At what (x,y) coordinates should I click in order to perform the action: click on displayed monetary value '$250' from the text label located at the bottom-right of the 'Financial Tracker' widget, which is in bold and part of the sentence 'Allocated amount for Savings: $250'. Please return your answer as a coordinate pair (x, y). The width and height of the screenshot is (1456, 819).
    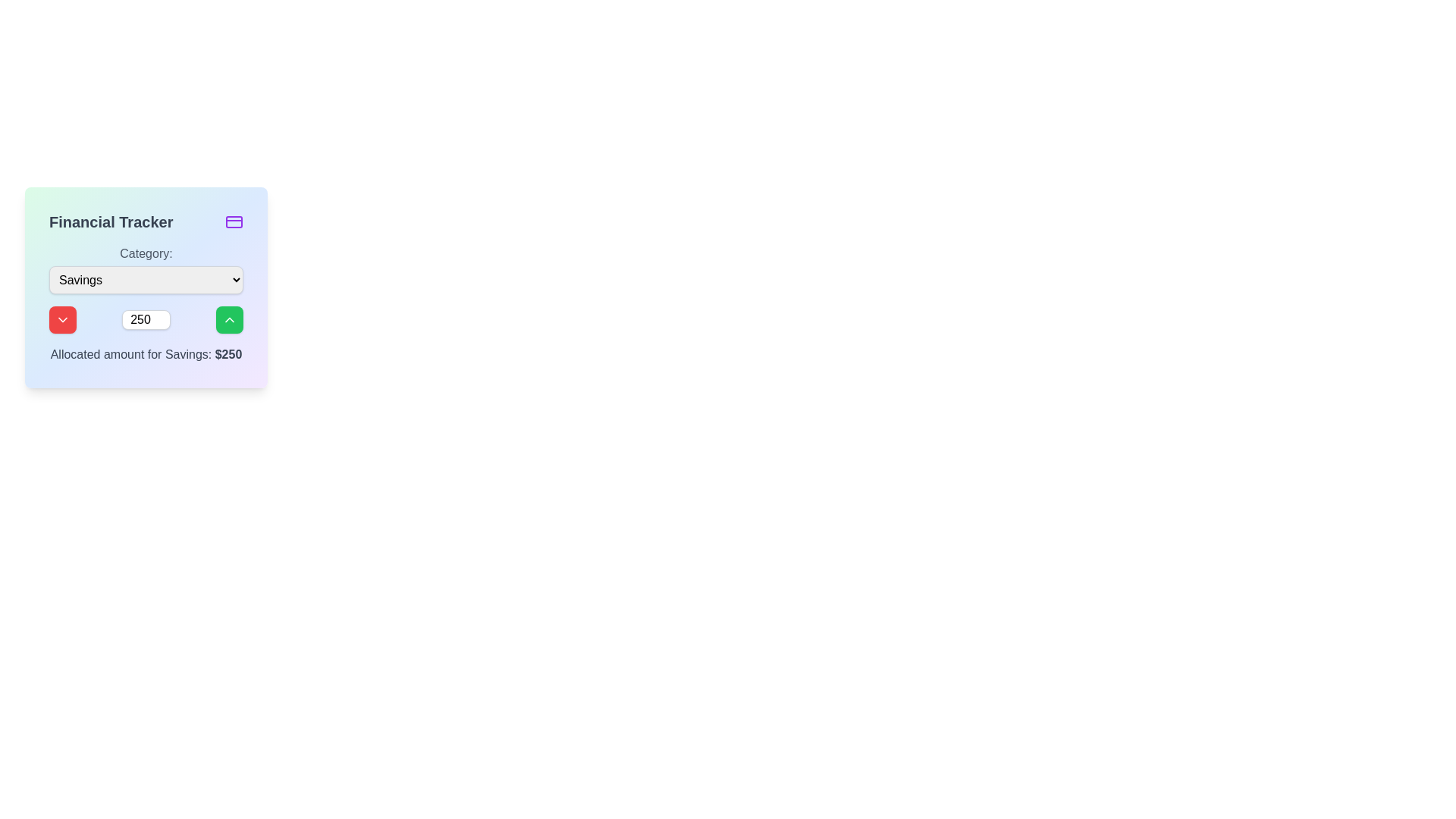
    Looking at the image, I should click on (227, 354).